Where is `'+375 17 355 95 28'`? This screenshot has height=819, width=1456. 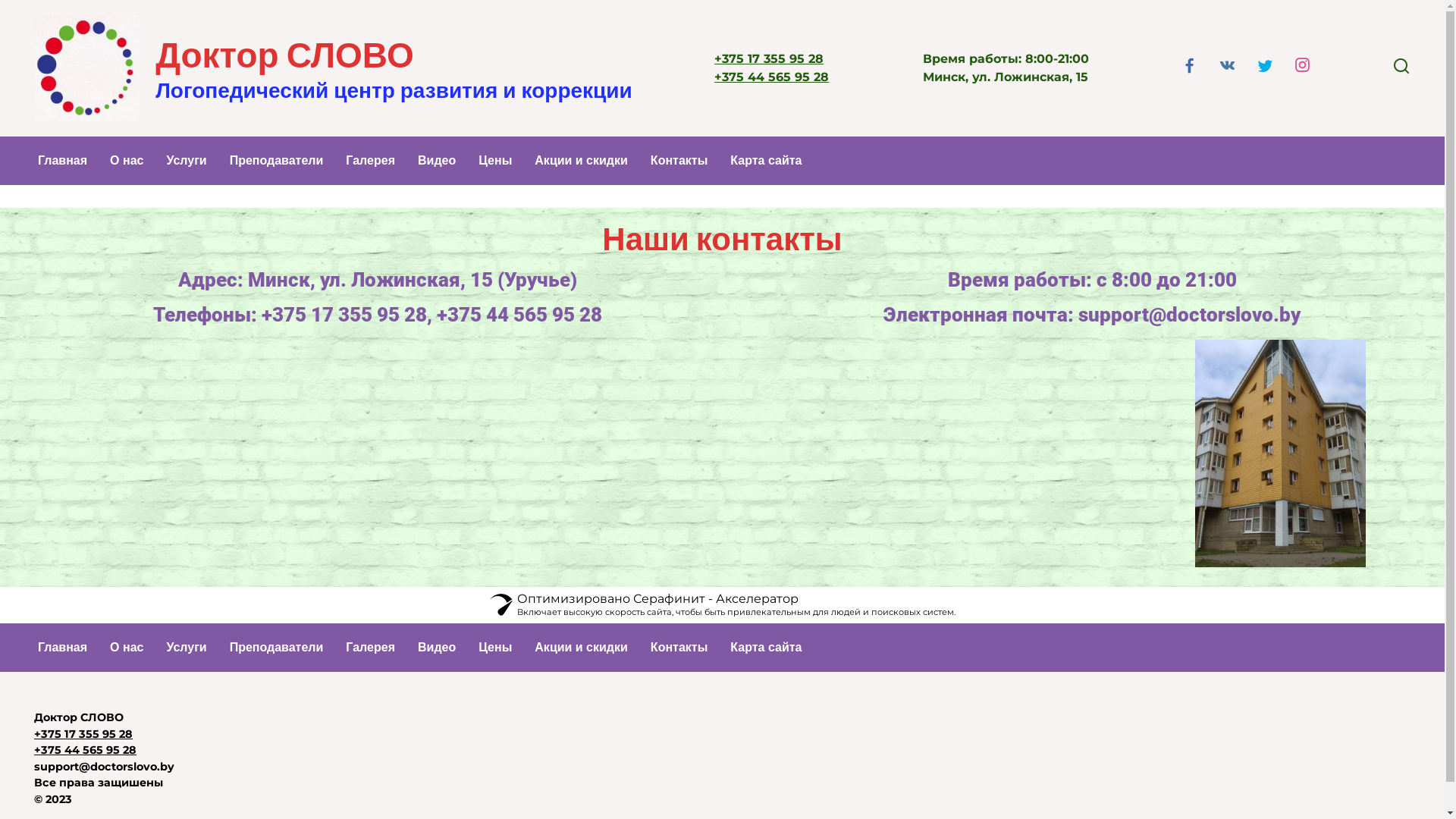 '+375 17 355 95 28' is located at coordinates (768, 58).